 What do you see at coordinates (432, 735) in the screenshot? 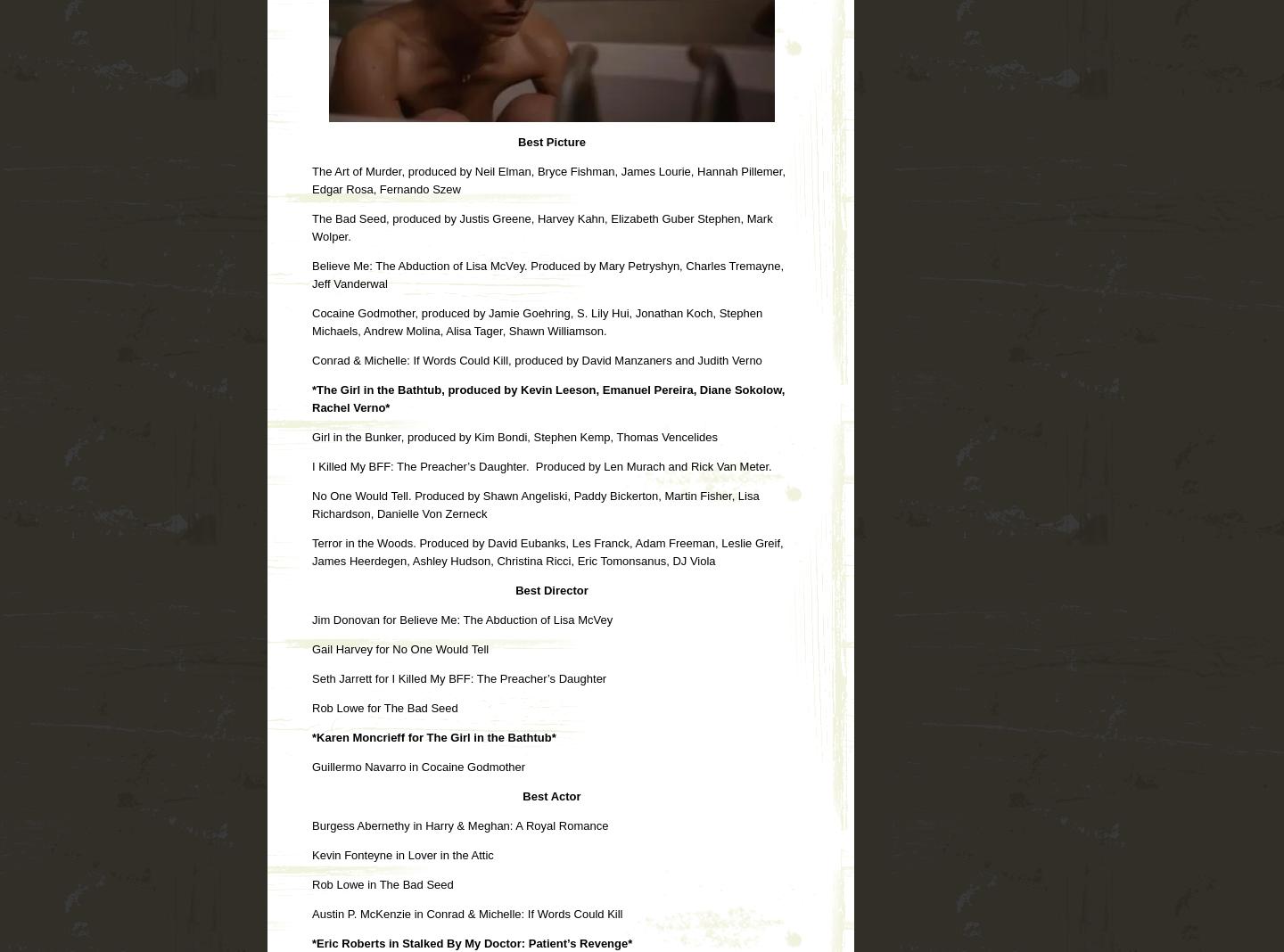
I see `'*Karen Moncrieff for The Girl in the Bathtub*'` at bounding box center [432, 735].